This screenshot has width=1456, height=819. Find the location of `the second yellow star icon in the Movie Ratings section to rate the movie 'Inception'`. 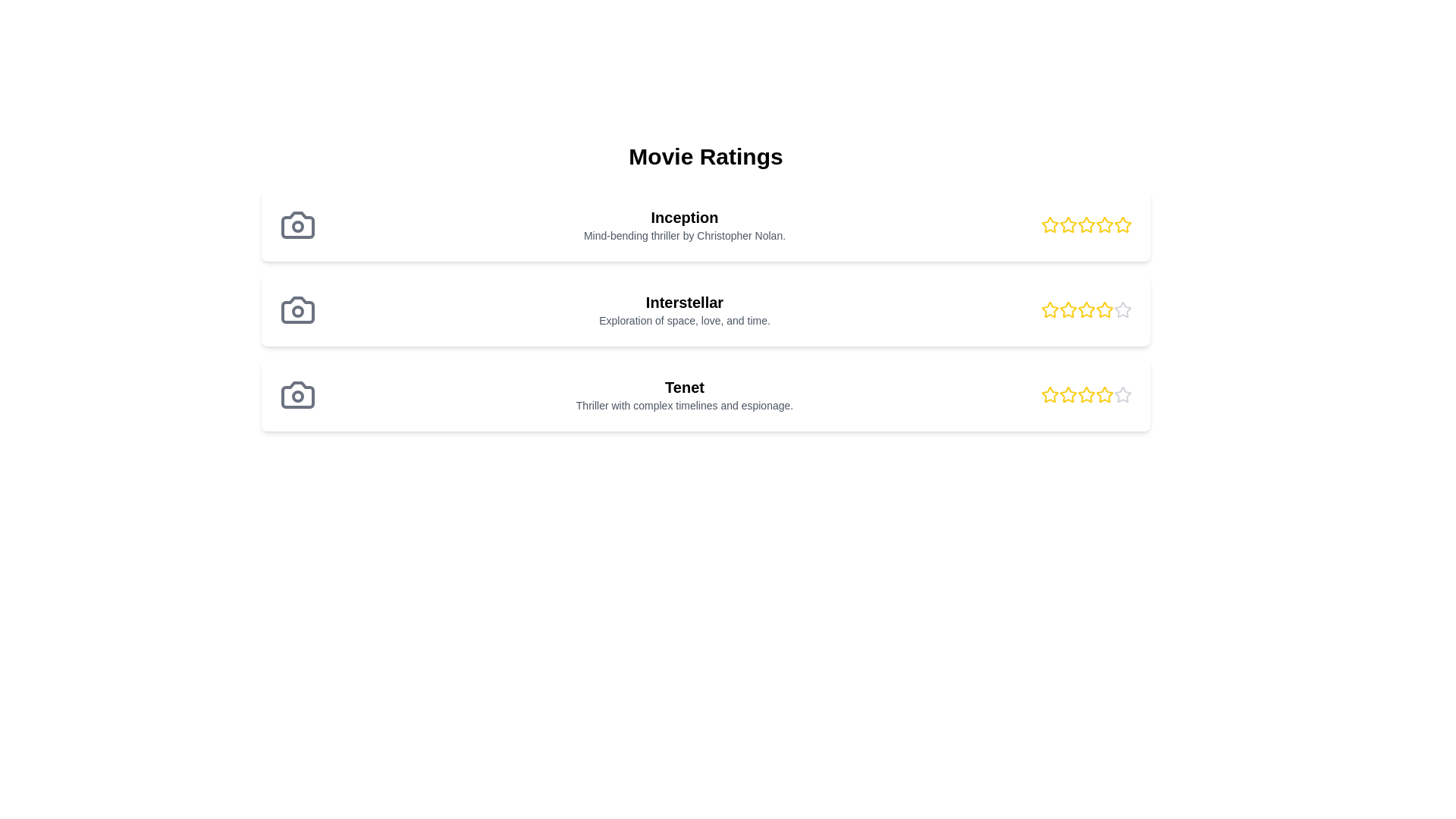

the second yellow star icon in the Movie Ratings section to rate the movie 'Inception' is located at coordinates (1068, 225).